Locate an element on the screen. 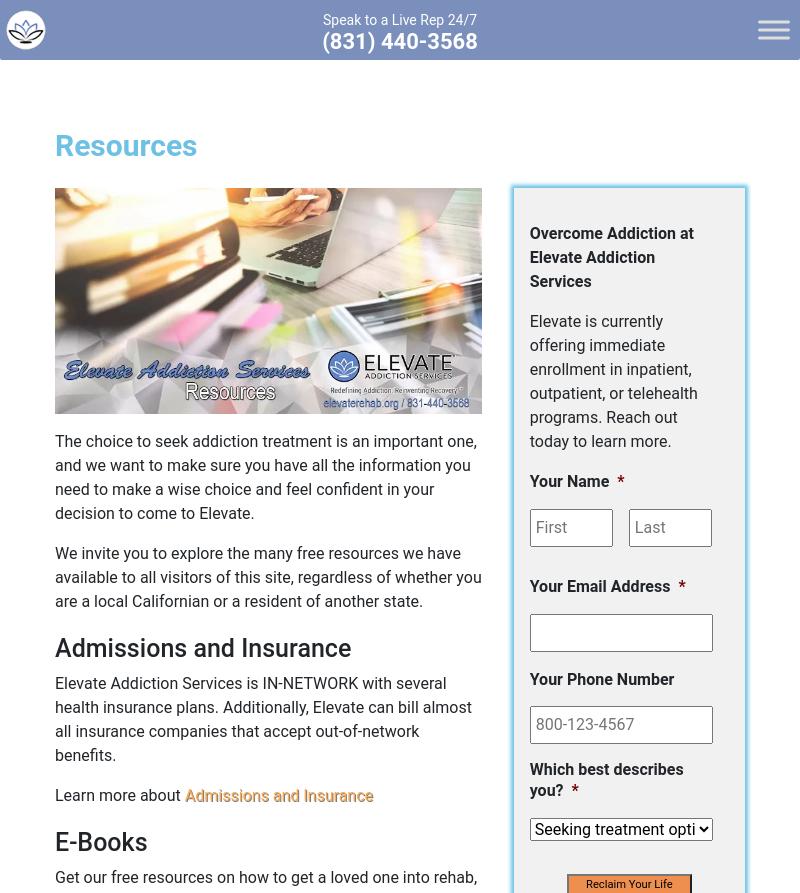  'Elevate is currently offering immediate enrollment in inpatient, outpatient, or telehealth programs. Reach out today to learn more.' is located at coordinates (528, 381).